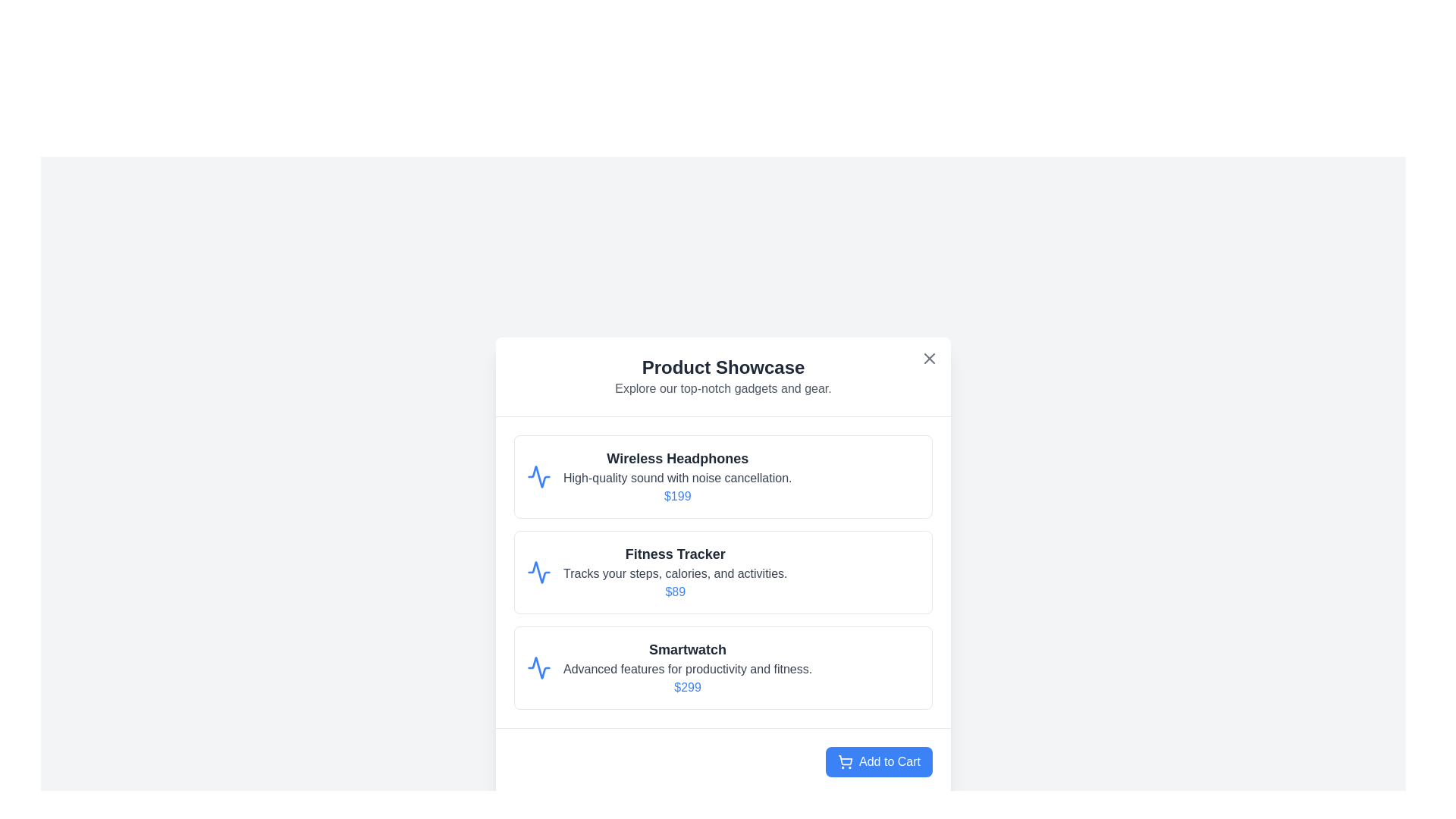 The height and width of the screenshot is (819, 1456). Describe the element at coordinates (687, 667) in the screenshot. I see `the 'Smartwatch' product listing text block` at that location.